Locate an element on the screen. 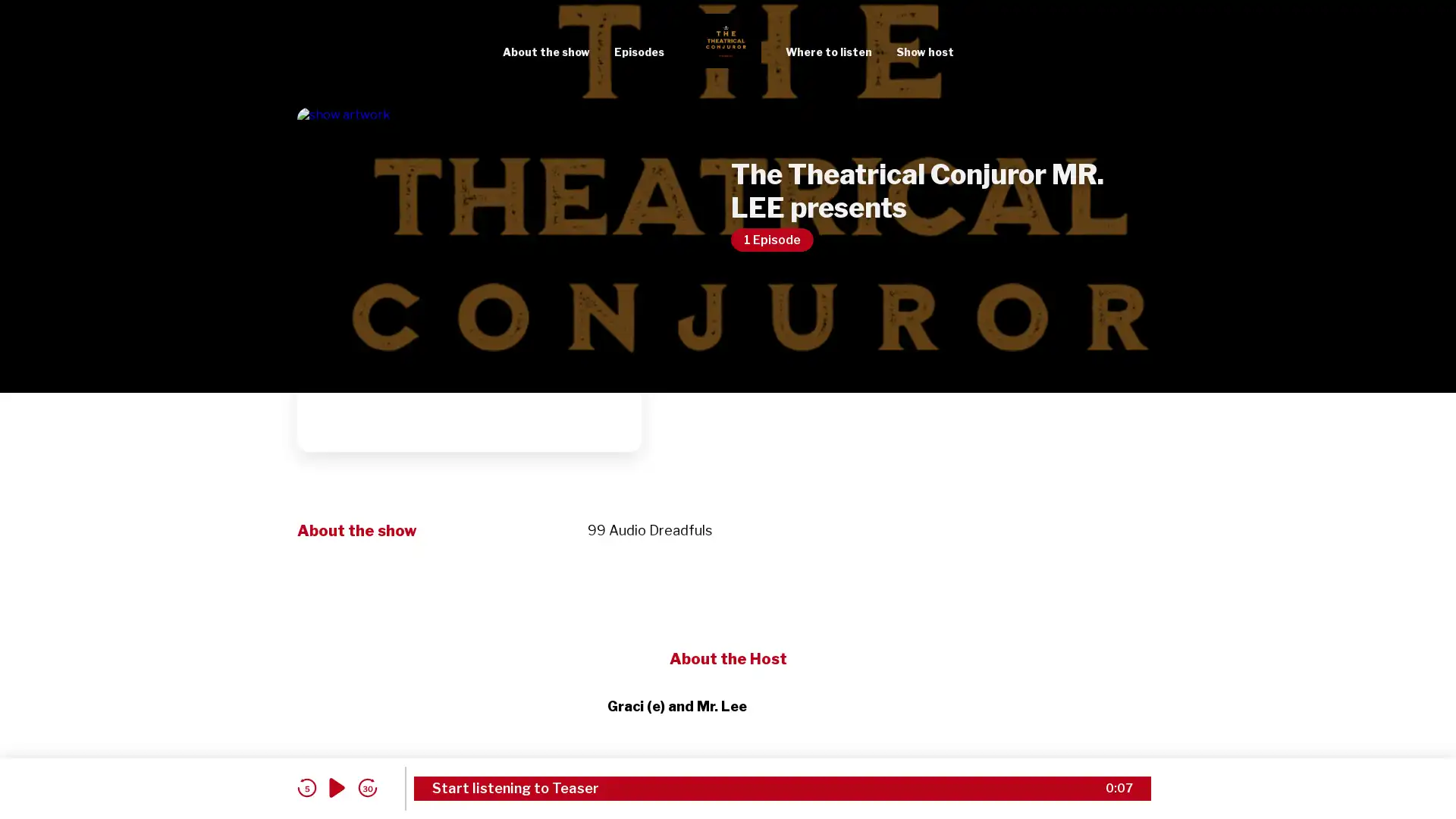 The image size is (1456, 819). skip back 5 seconds is located at coordinates (306, 787).